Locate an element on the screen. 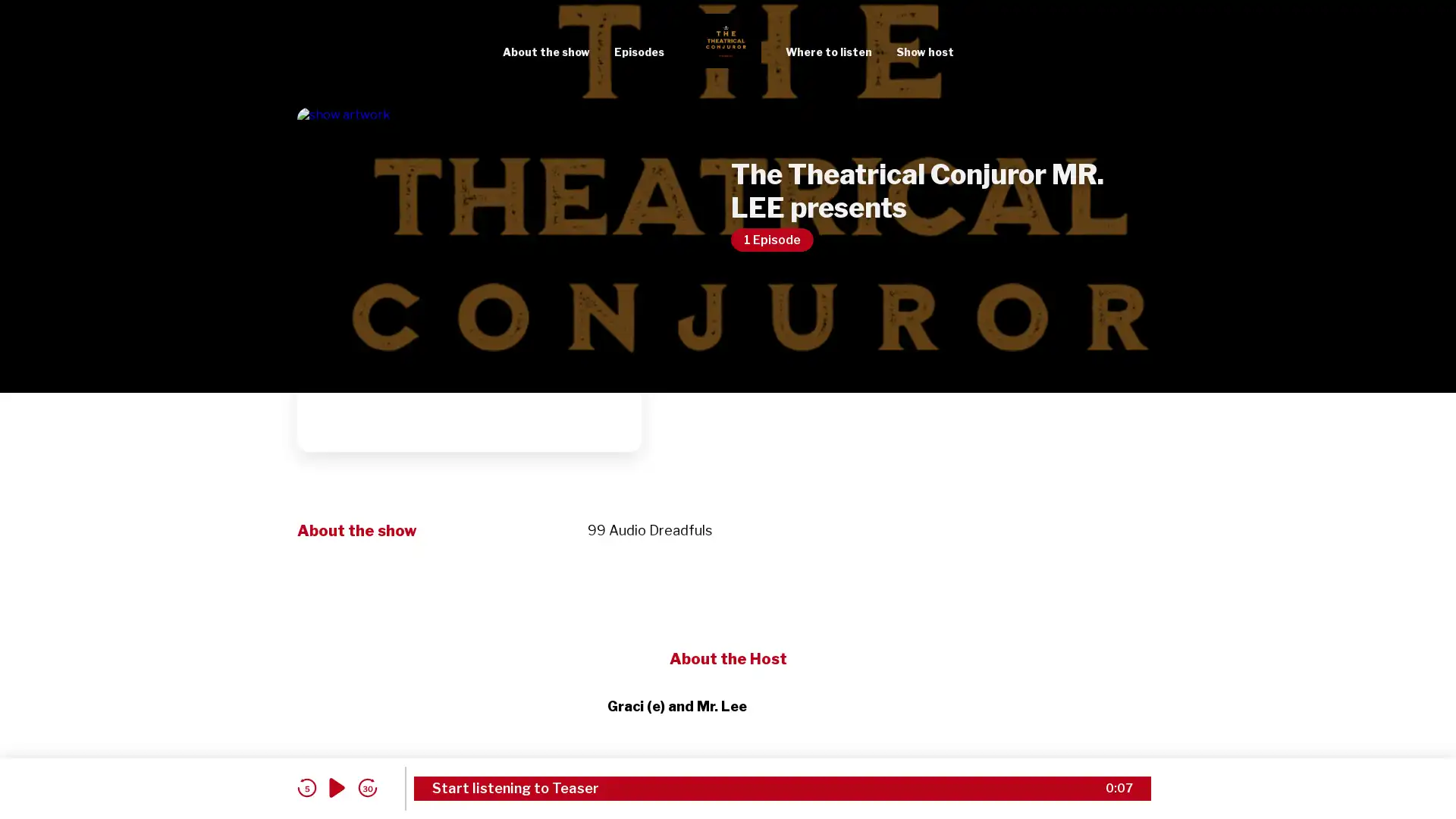 The image size is (1456, 819). skip back 5 seconds is located at coordinates (306, 787).